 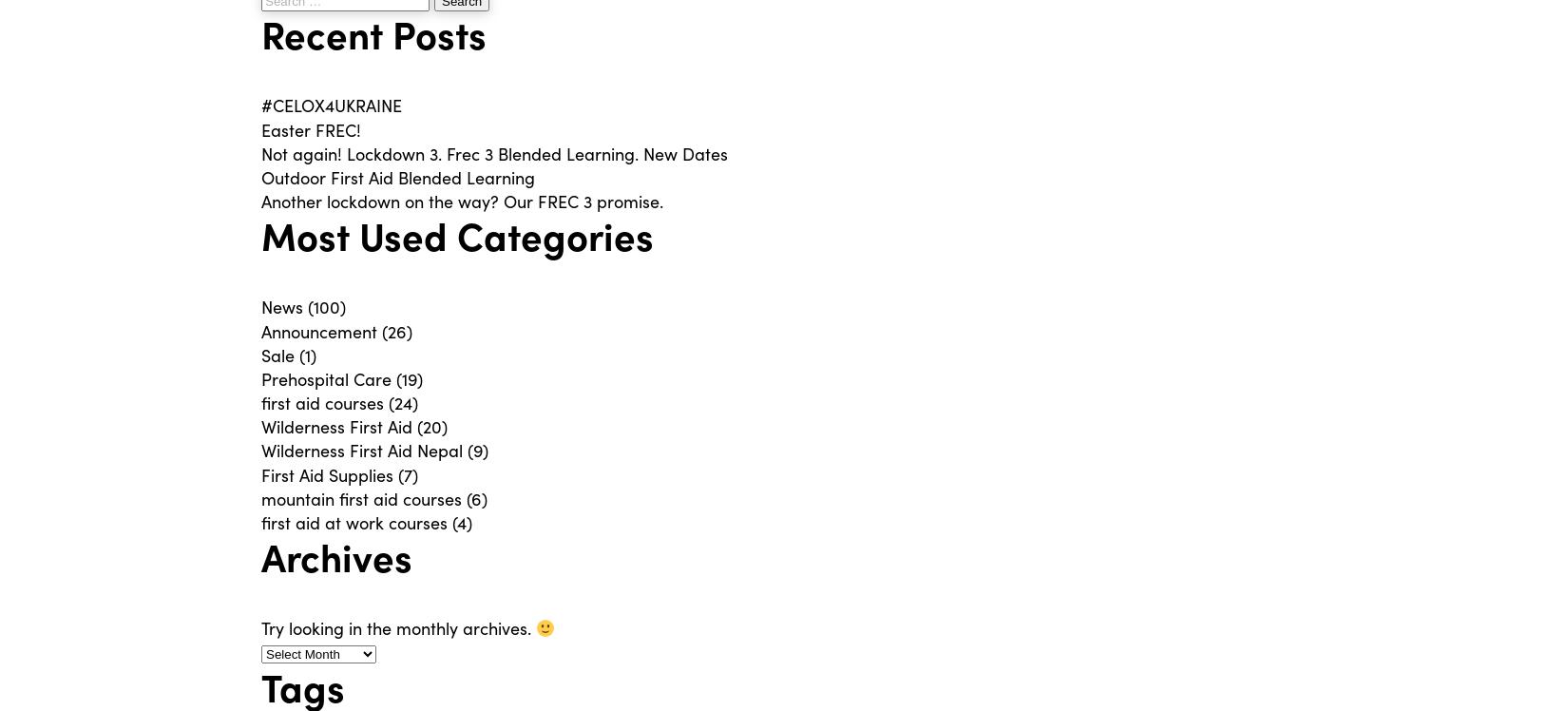 I want to click on 'first aid courses', so click(x=261, y=401).